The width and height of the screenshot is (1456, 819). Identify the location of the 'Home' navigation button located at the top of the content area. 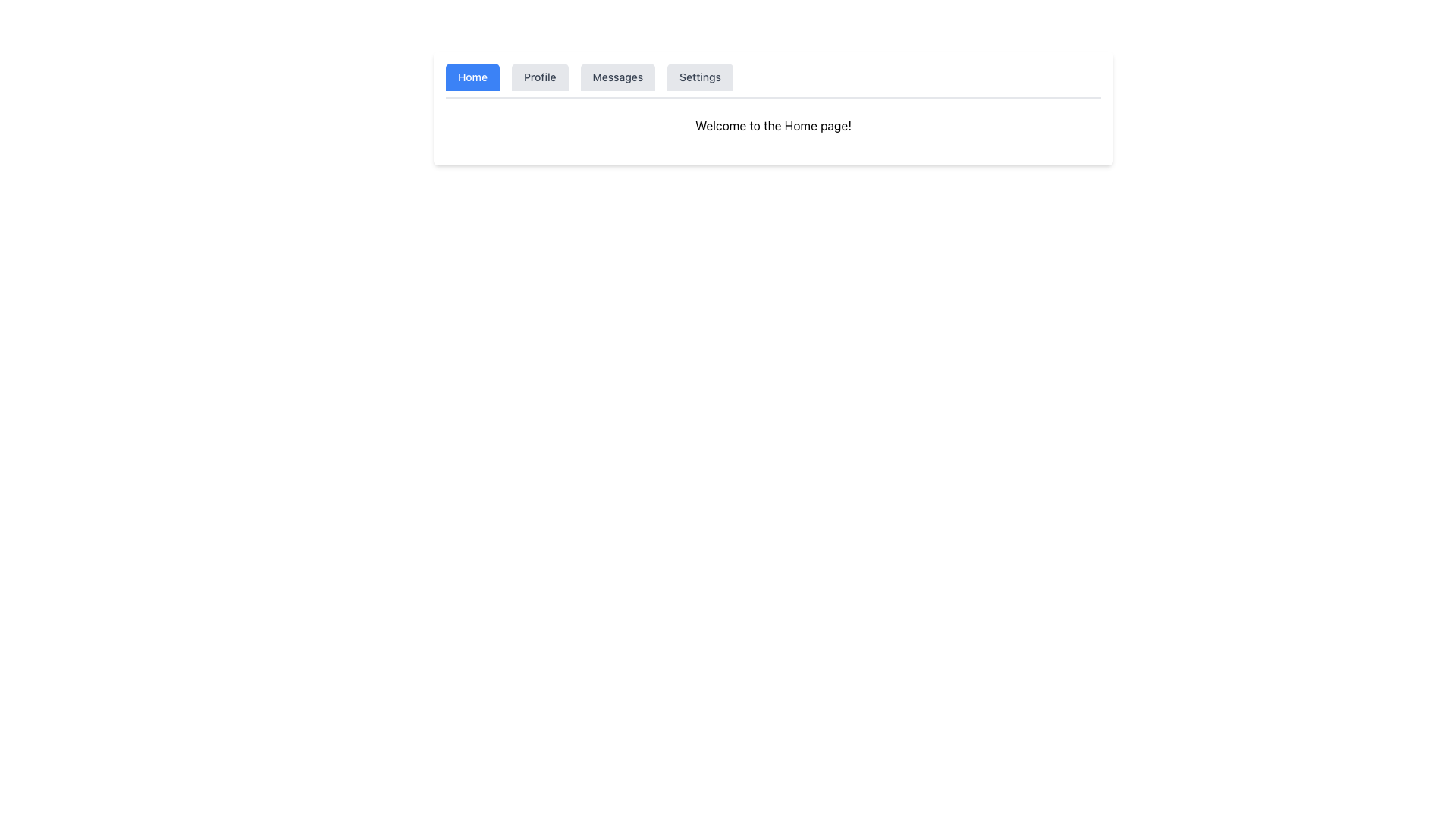
(472, 77).